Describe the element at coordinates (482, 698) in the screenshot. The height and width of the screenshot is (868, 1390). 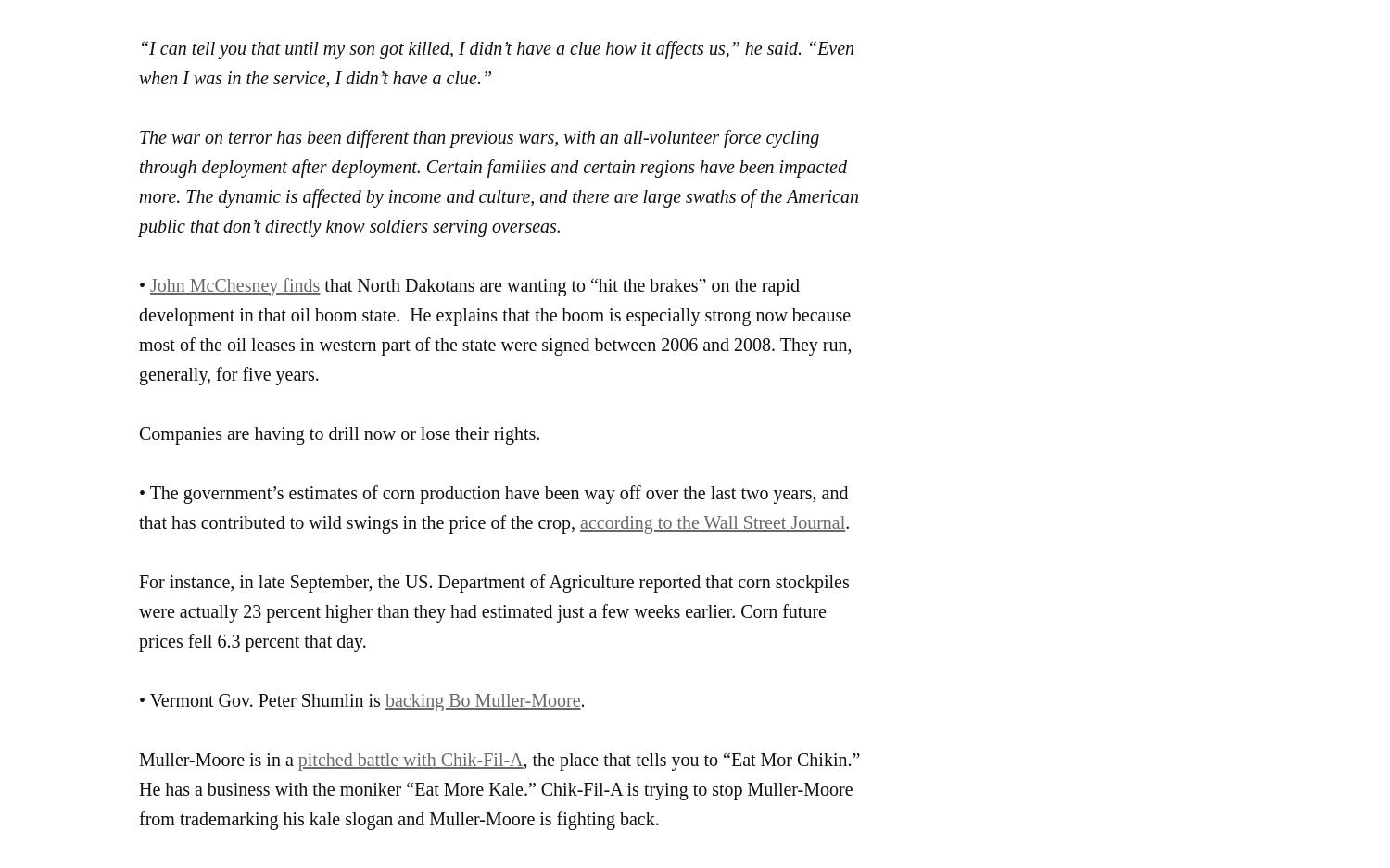
I see `'backing Bo Muller-Moore'` at that location.